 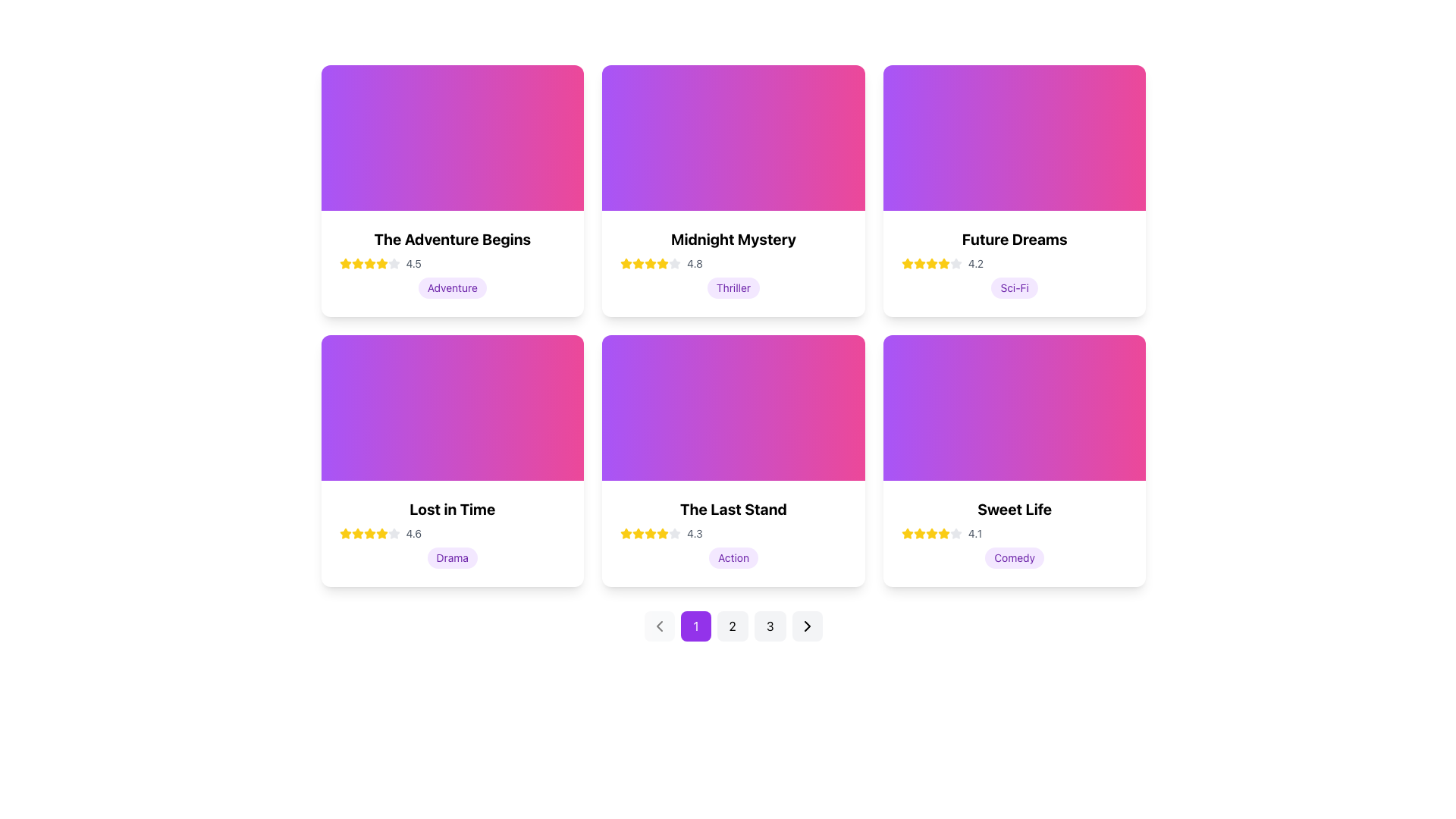 What do you see at coordinates (381, 532) in the screenshot?
I see `the fourth filled rating star icon representing the rating for the item 'Lost in Time', located in the visual grid layout, positioned below the title and above the genre label 'Drama'` at bounding box center [381, 532].